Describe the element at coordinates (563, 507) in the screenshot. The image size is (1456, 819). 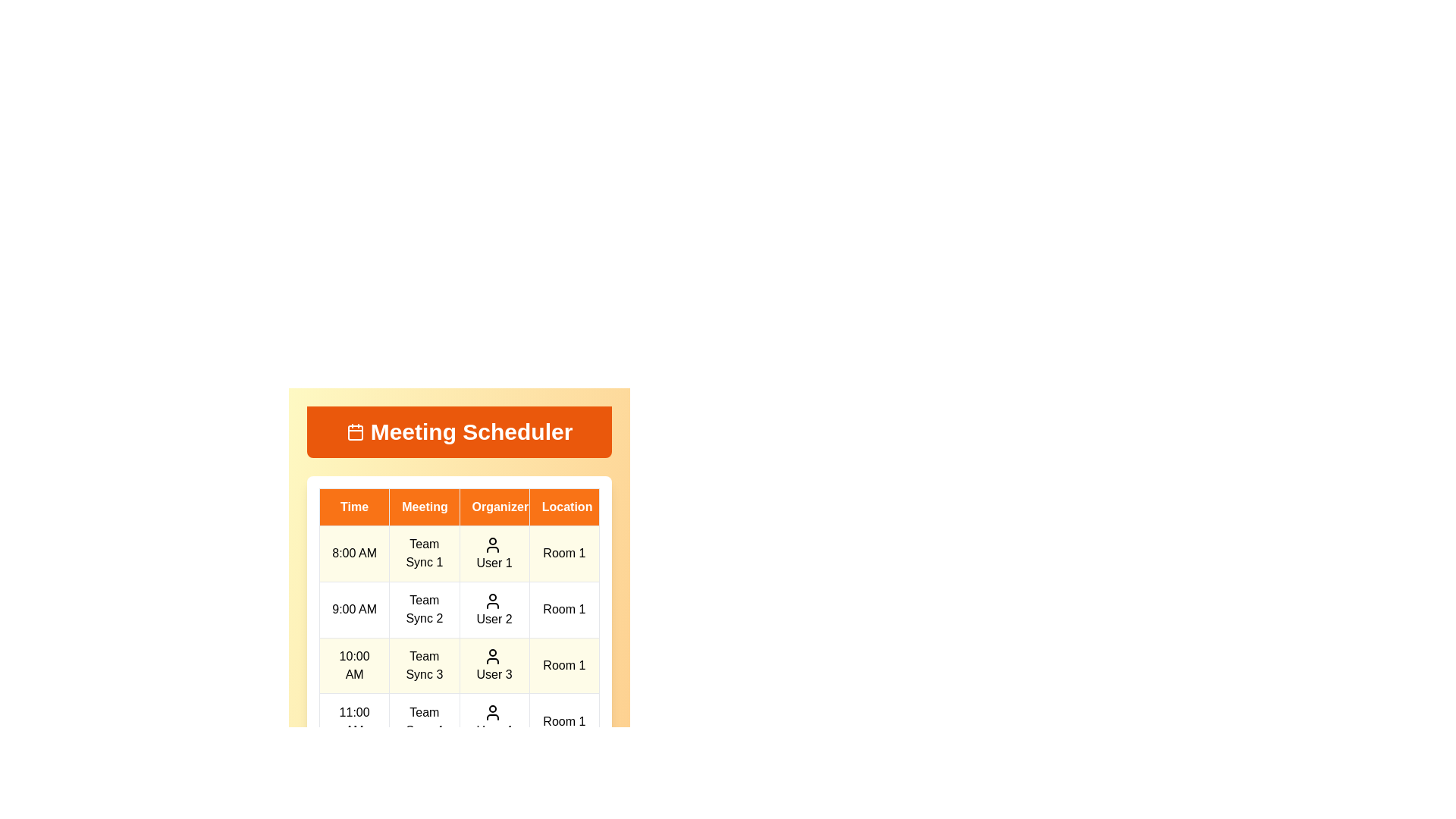
I see `the header column Location to sort or filter the schedule` at that location.